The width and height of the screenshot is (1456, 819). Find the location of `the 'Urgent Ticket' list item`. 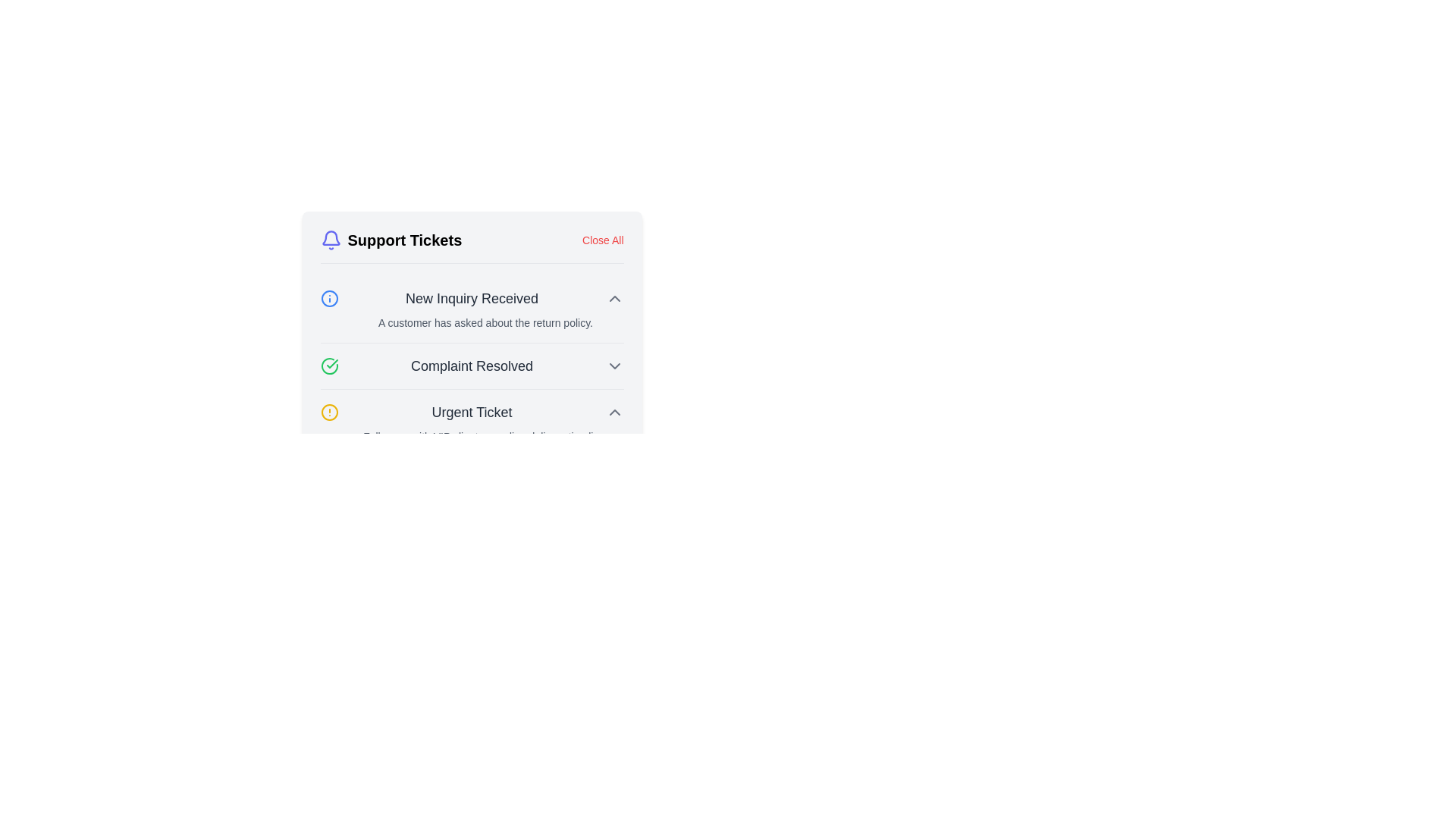

the 'Urgent Ticket' list item is located at coordinates (471, 422).